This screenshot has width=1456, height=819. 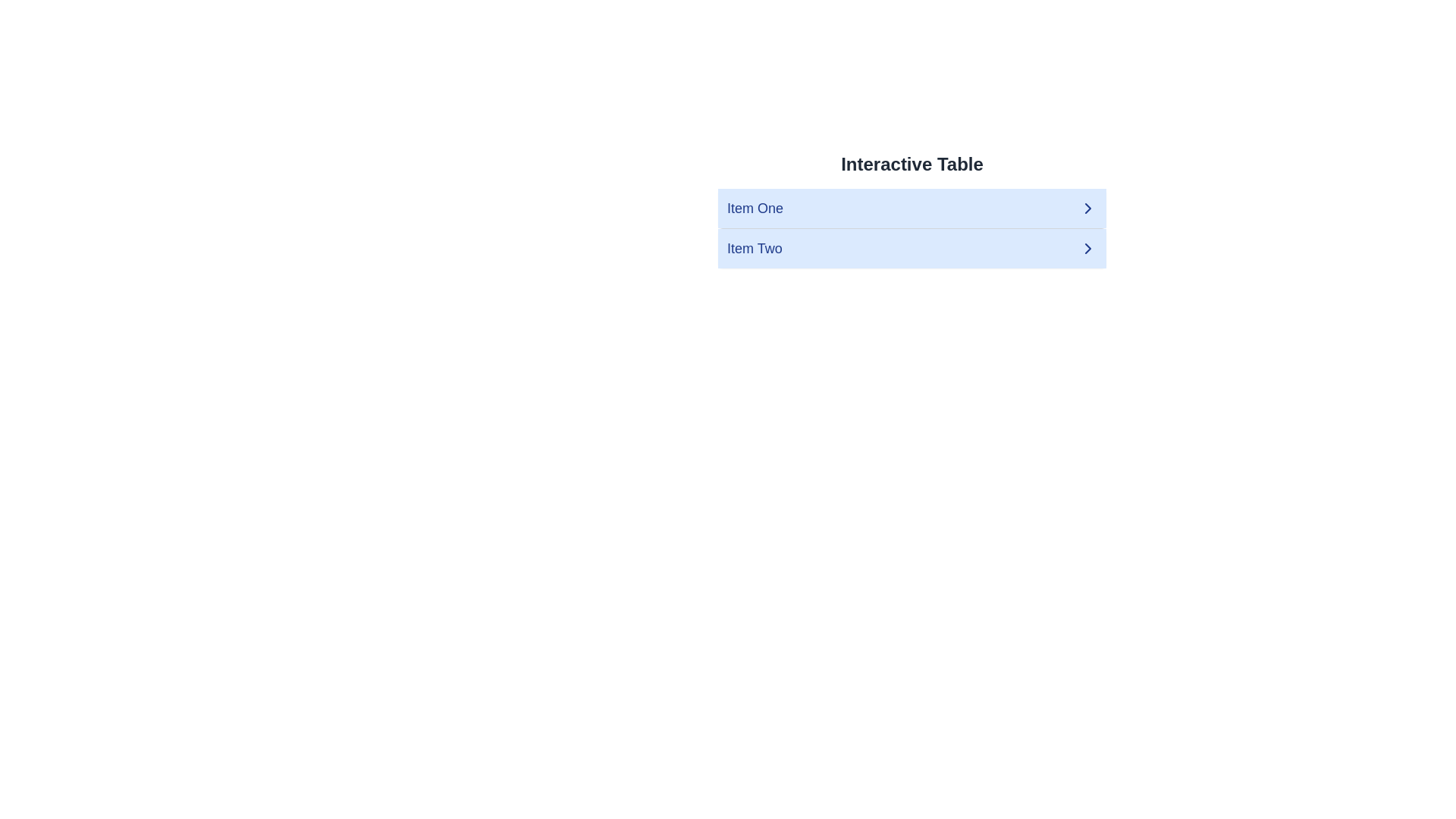 What do you see at coordinates (1087, 247) in the screenshot?
I see `the right-pointing chevron icon with a thin stroke on a blue background, located in the 'Item Two' row of the interactive table` at bounding box center [1087, 247].